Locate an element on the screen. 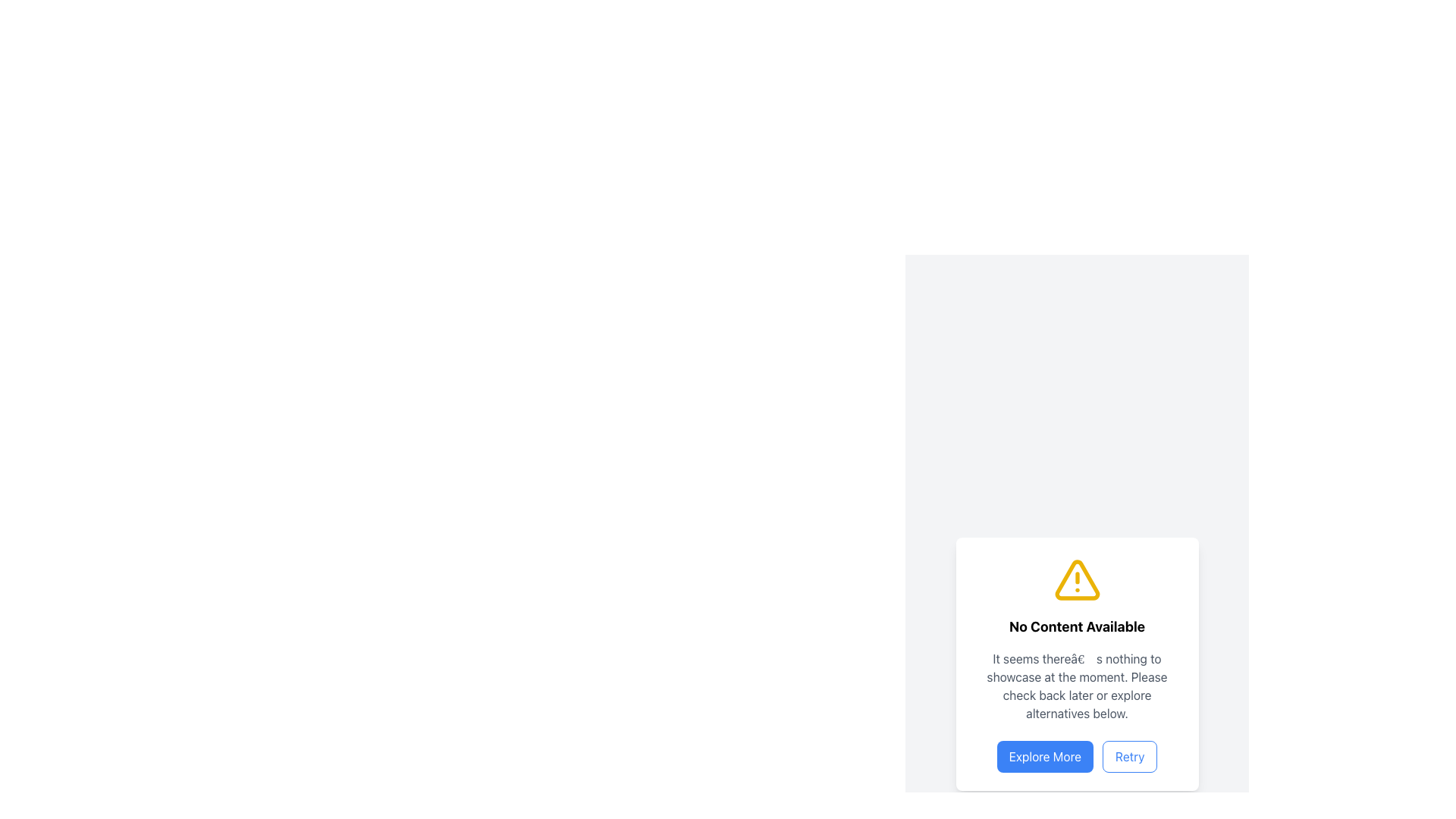  text element that displays 'No Content Available' styled in bold and larger font, centrally aligned within a white card with rounded corners is located at coordinates (1076, 626).